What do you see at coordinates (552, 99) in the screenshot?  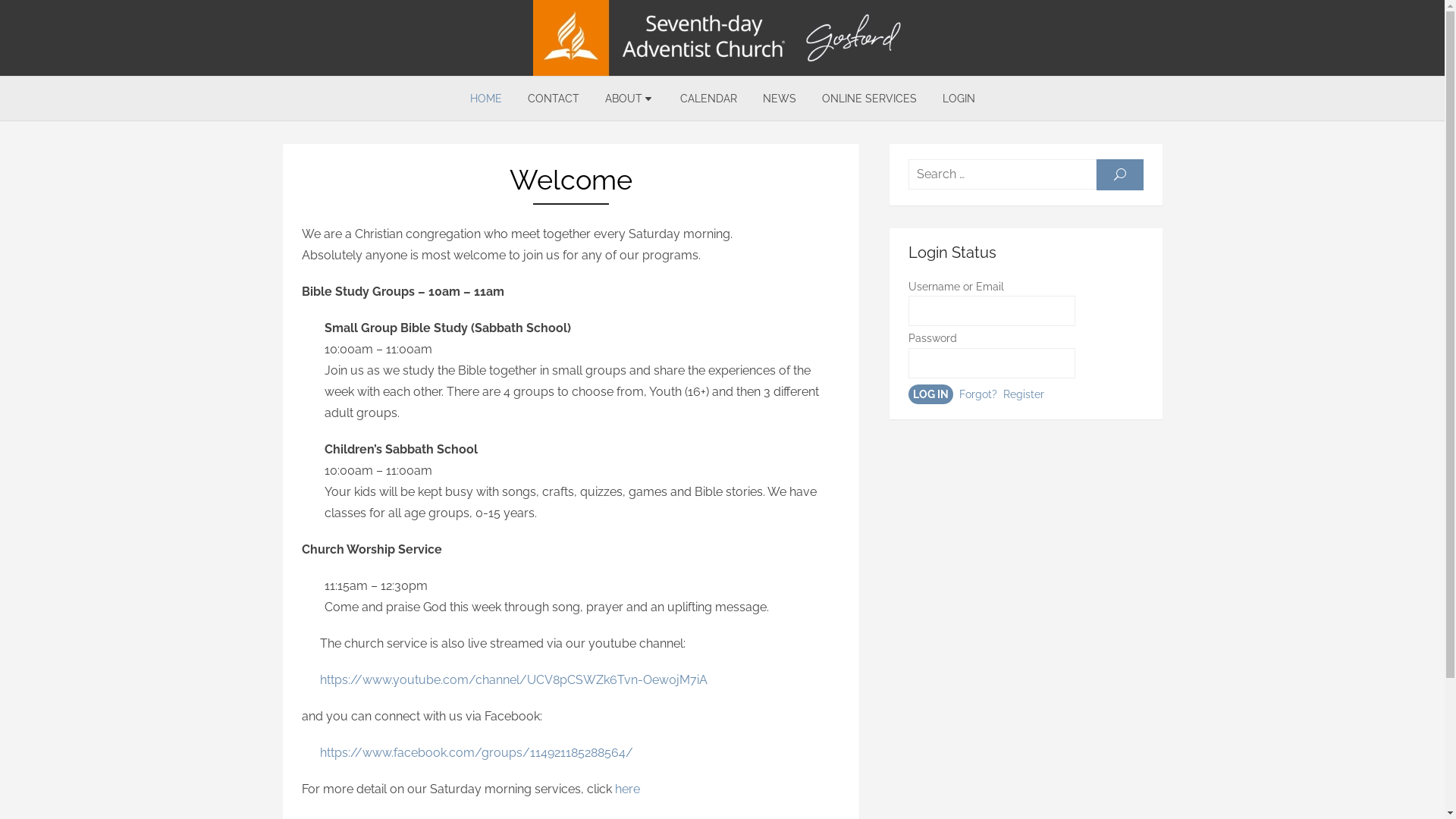 I see `'CONTACT'` at bounding box center [552, 99].